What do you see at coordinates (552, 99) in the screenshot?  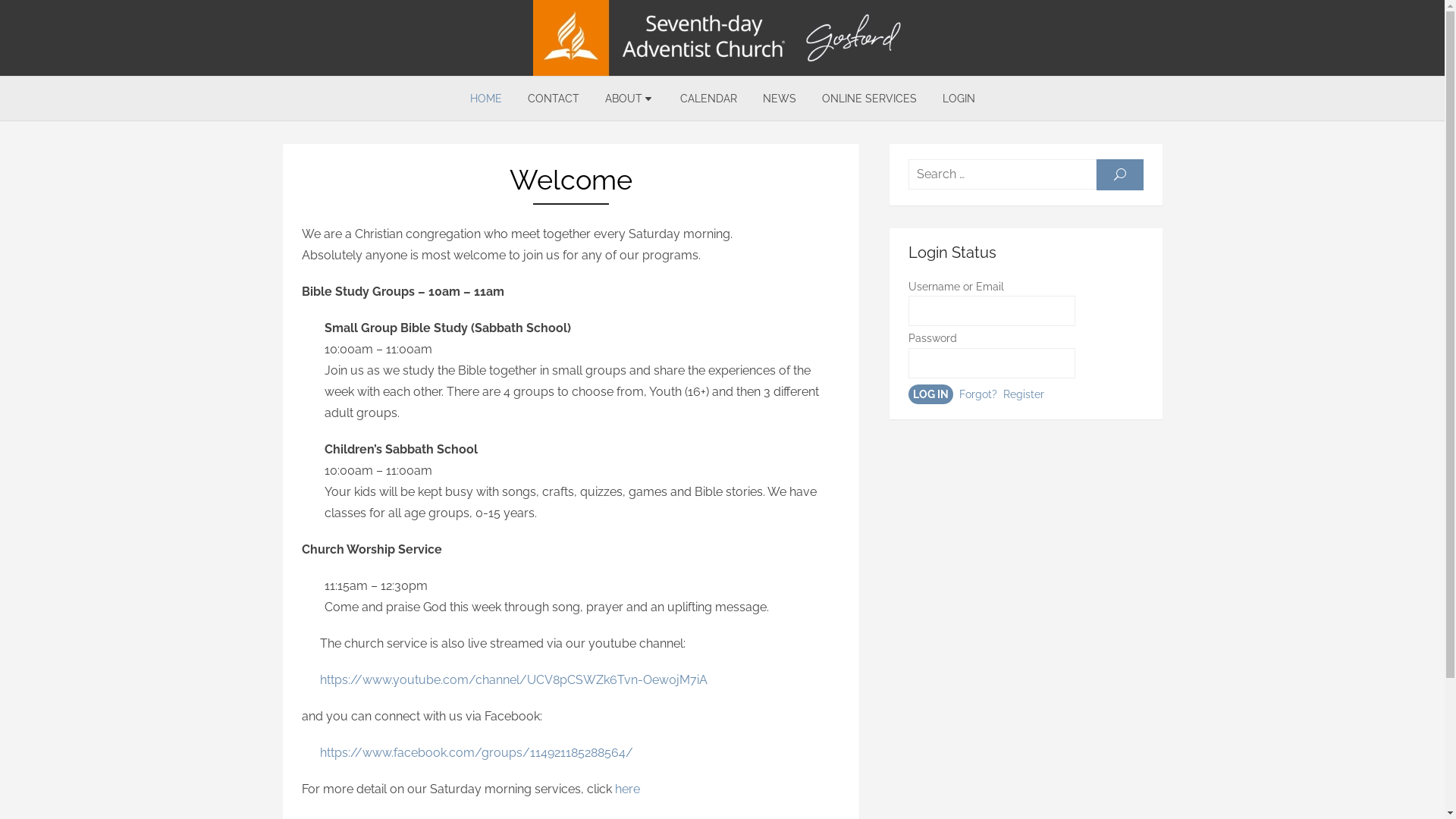 I see `'CONTACT'` at bounding box center [552, 99].